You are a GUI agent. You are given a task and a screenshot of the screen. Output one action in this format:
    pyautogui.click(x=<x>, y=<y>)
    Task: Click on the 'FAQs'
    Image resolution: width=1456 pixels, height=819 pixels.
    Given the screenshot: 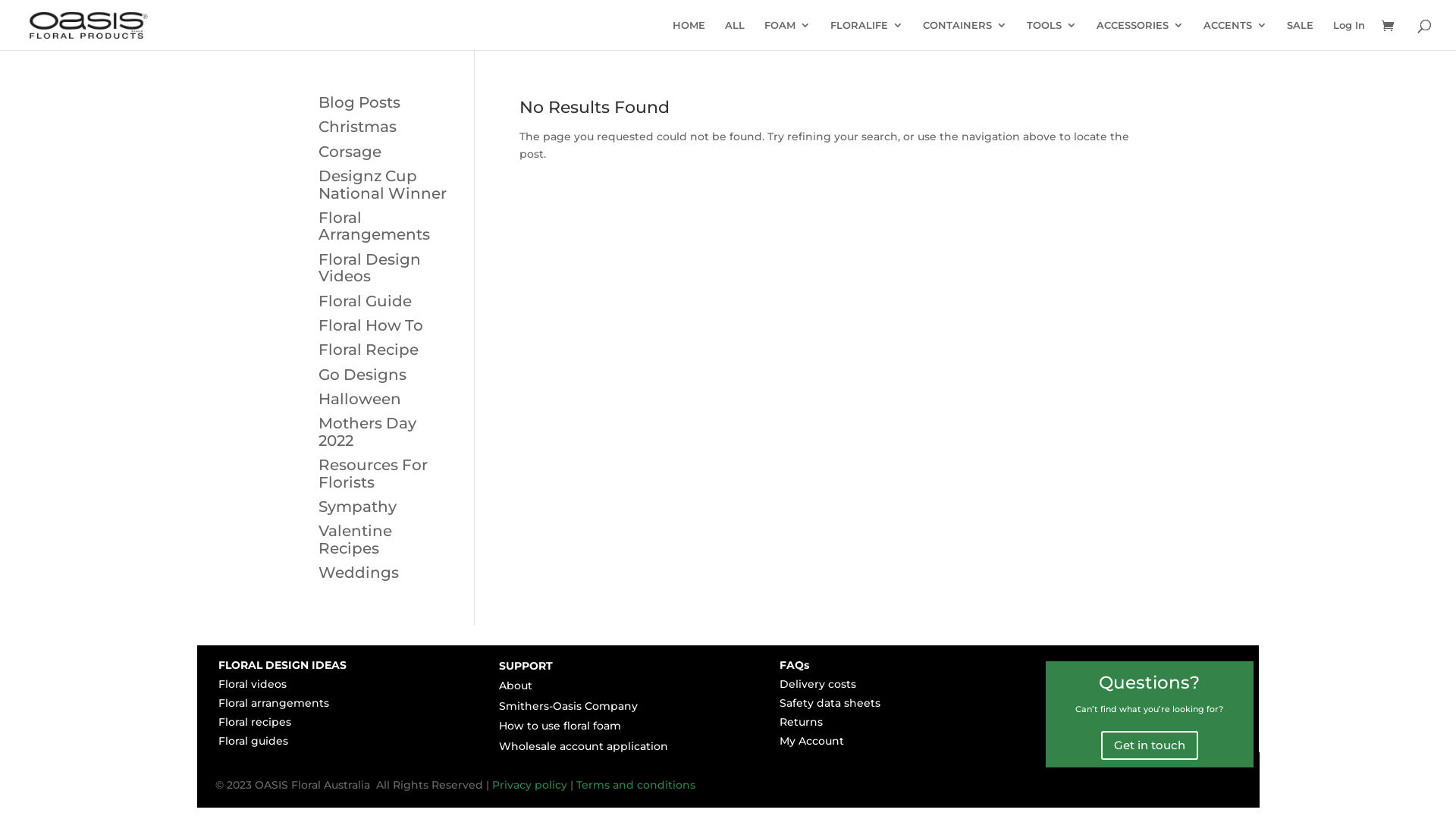 What is the action you would take?
    pyautogui.click(x=793, y=664)
    